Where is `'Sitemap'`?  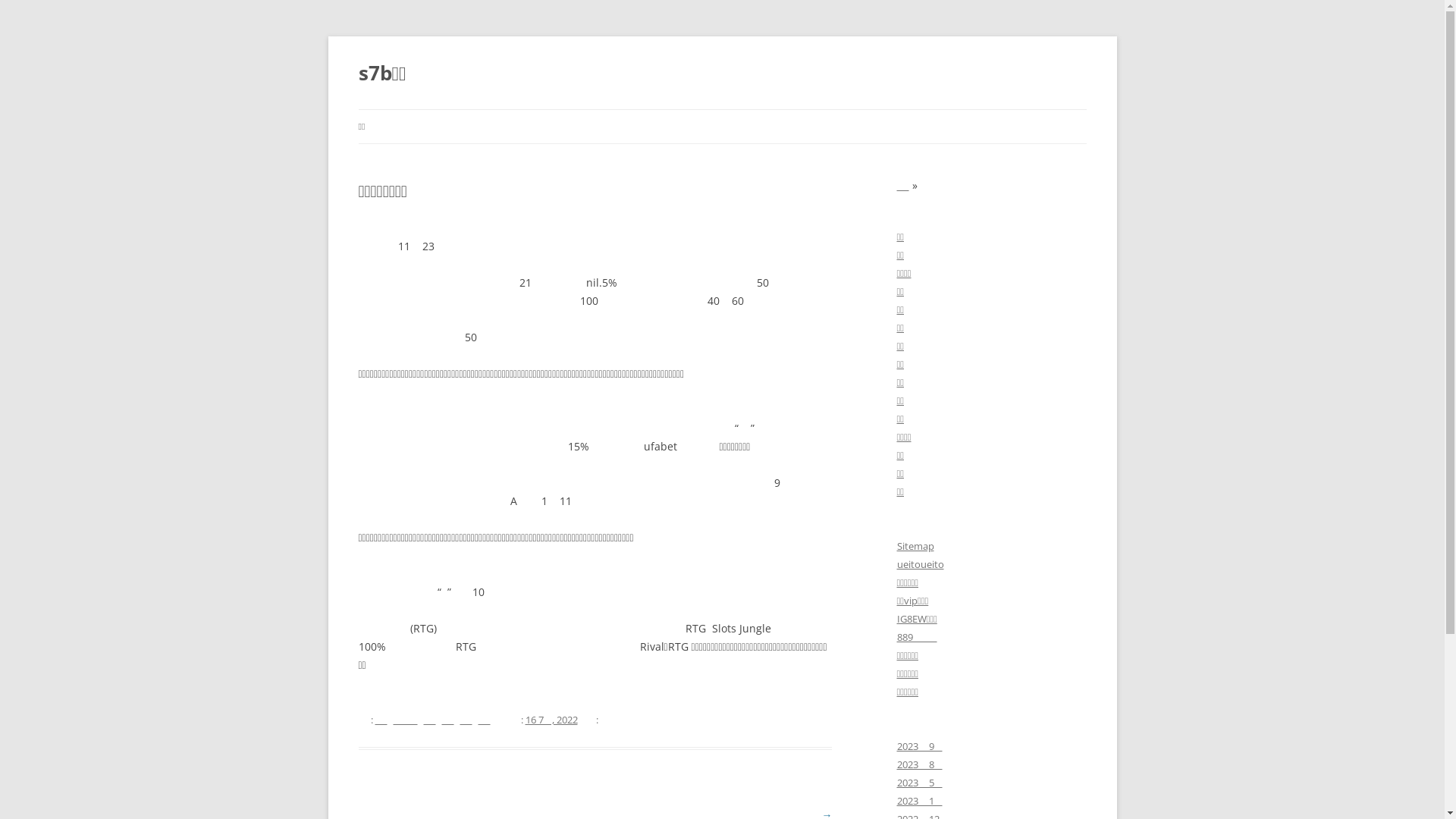
'Sitemap' is located at coordinates (914, 546).